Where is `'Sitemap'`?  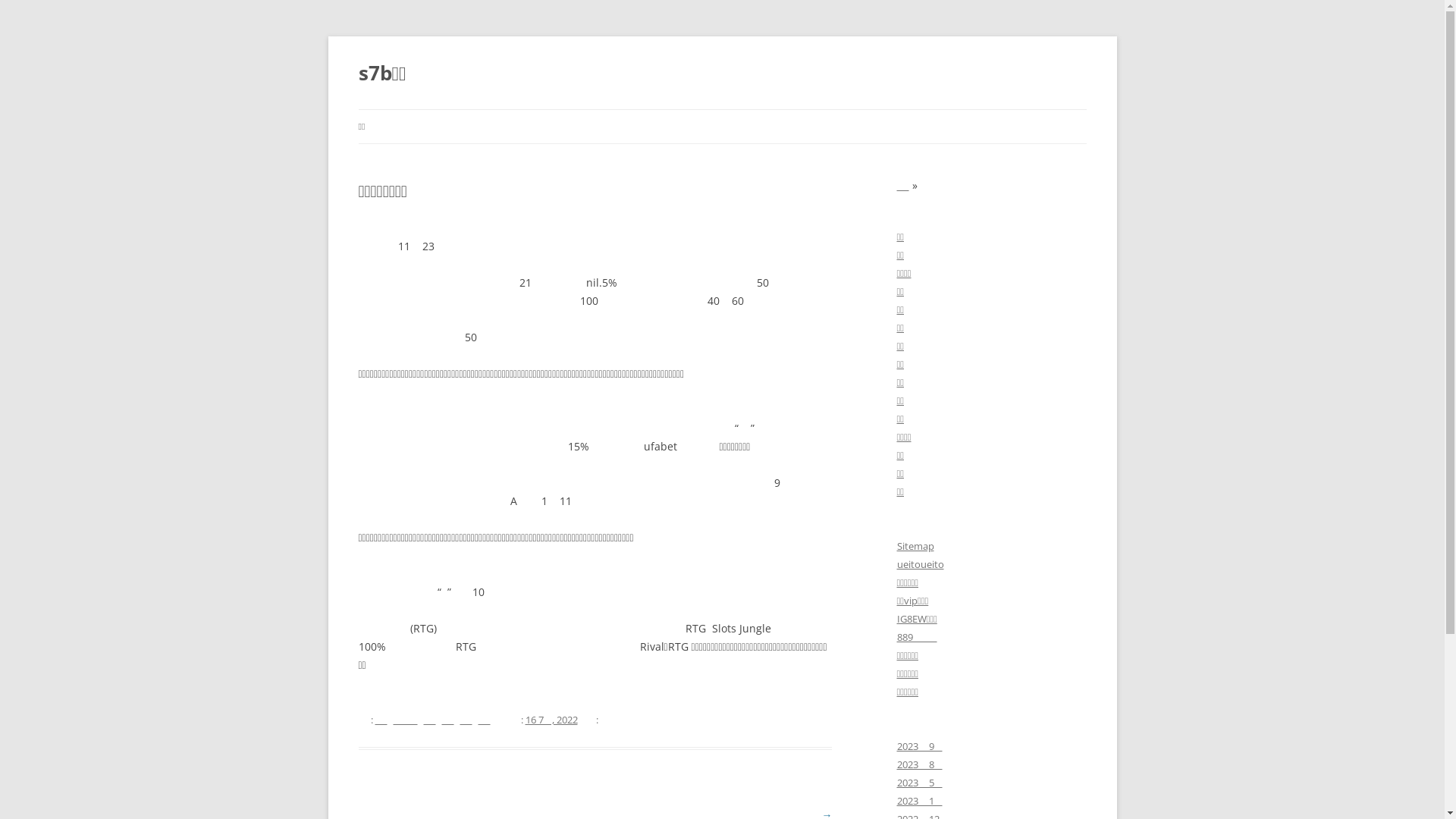
'Sitemap' is located at coordinates (914, 546).